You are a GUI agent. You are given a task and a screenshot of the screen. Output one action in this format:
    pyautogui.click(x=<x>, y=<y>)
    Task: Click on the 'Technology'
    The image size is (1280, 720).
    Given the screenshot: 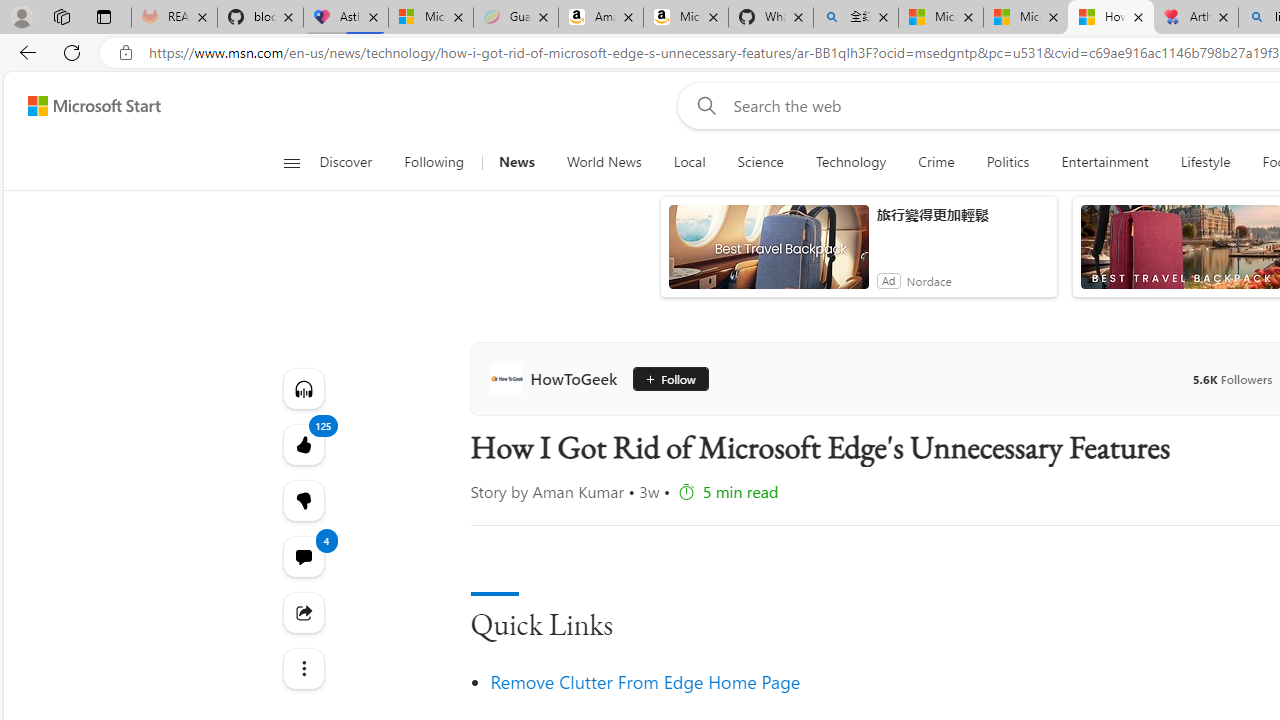 What is the action you would take?
    pyautogui.click(x=850, y=162)
    